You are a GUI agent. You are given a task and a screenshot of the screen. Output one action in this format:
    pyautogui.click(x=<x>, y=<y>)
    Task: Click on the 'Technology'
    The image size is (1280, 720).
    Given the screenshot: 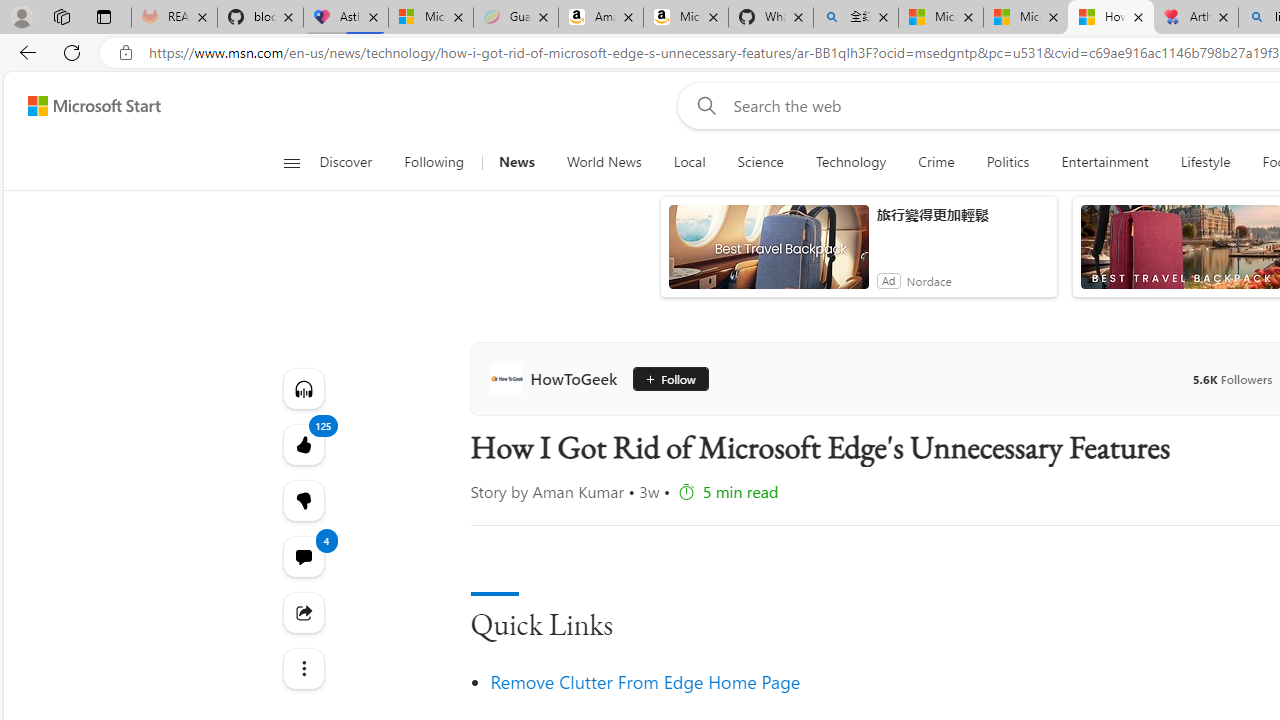 What is the action you would take?
    pyautogui.click(x=850, y=162)
    